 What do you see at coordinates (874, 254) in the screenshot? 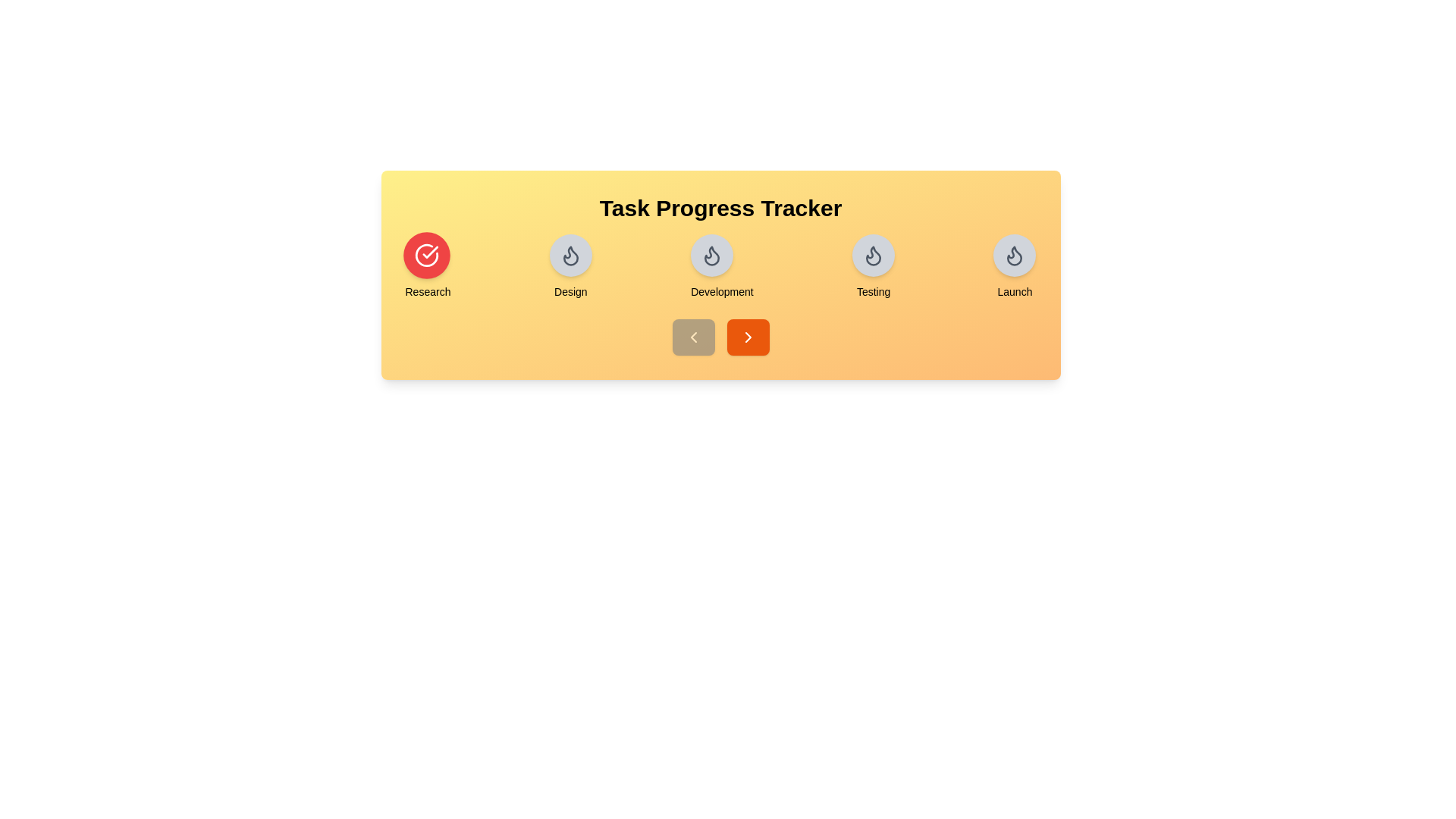
I see `the third circular button with a flame icon in the task progress tracker interface` at bounding box center [874, 254].